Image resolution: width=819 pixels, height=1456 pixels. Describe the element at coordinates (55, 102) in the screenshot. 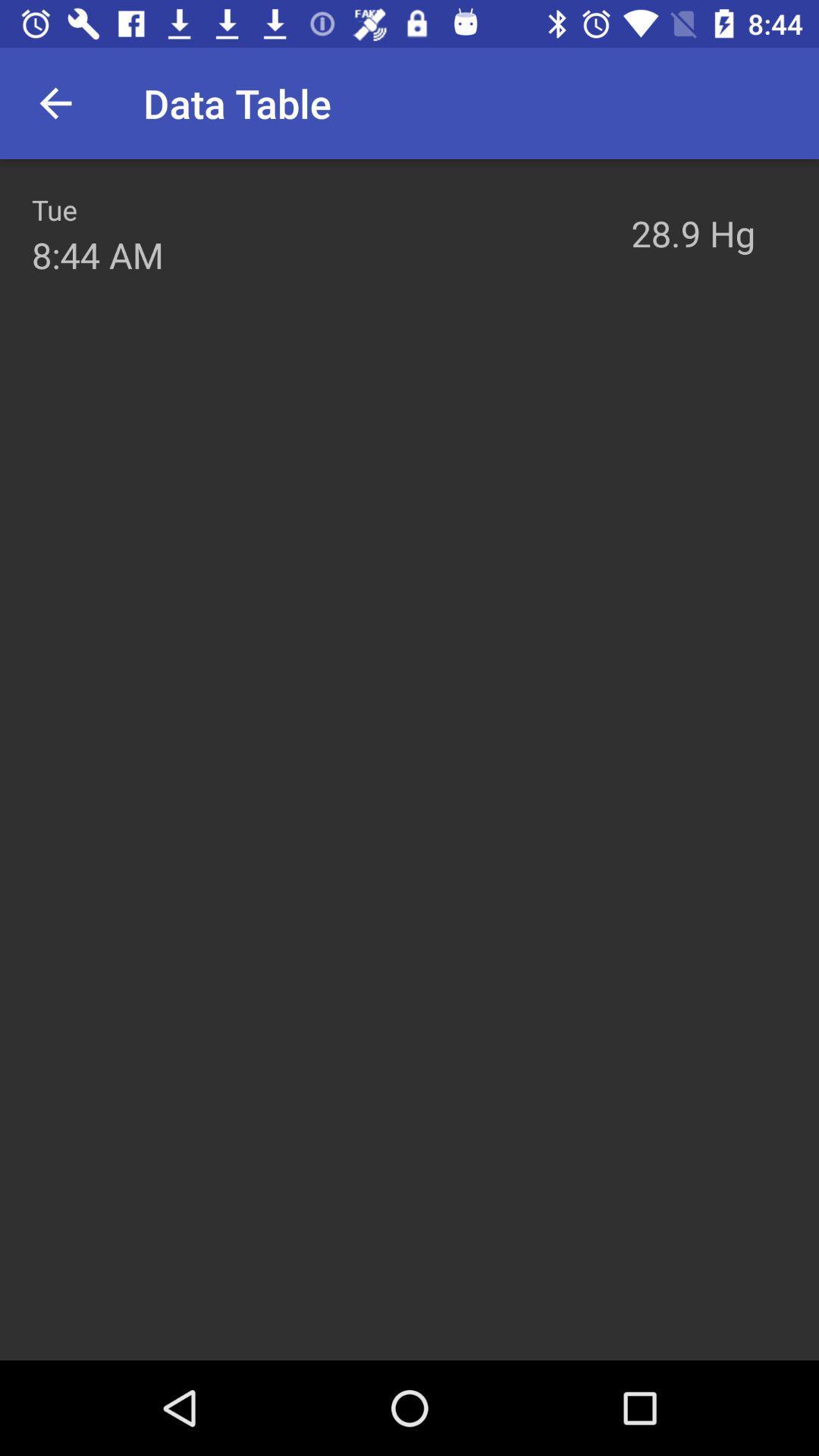

I see `the icon to the left of data table item` at that location.